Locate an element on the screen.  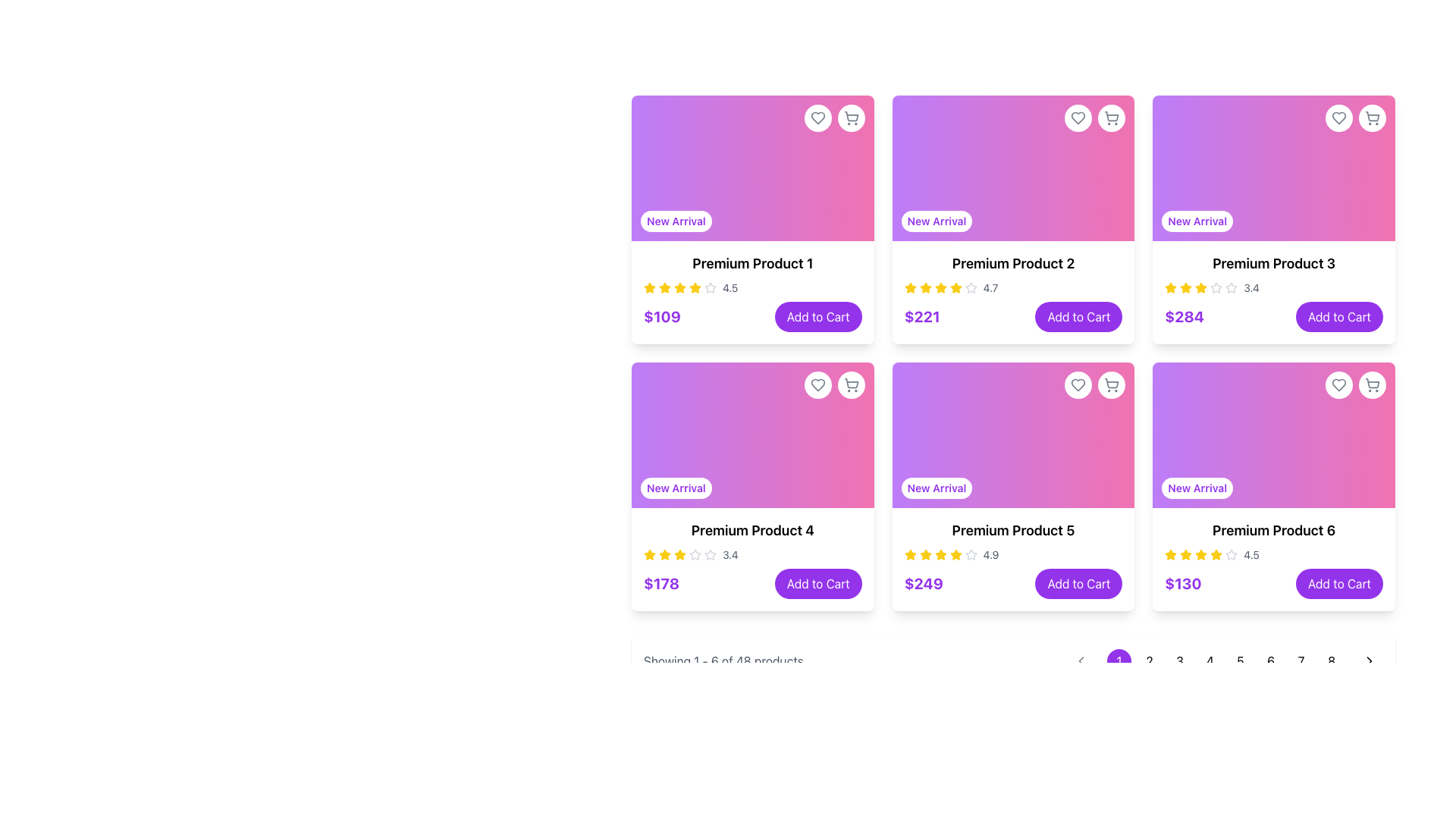
the shopping cart icon located in the top right corner of the fifth product card in the second row of the grid layout is located at coordinates (1112, 382).